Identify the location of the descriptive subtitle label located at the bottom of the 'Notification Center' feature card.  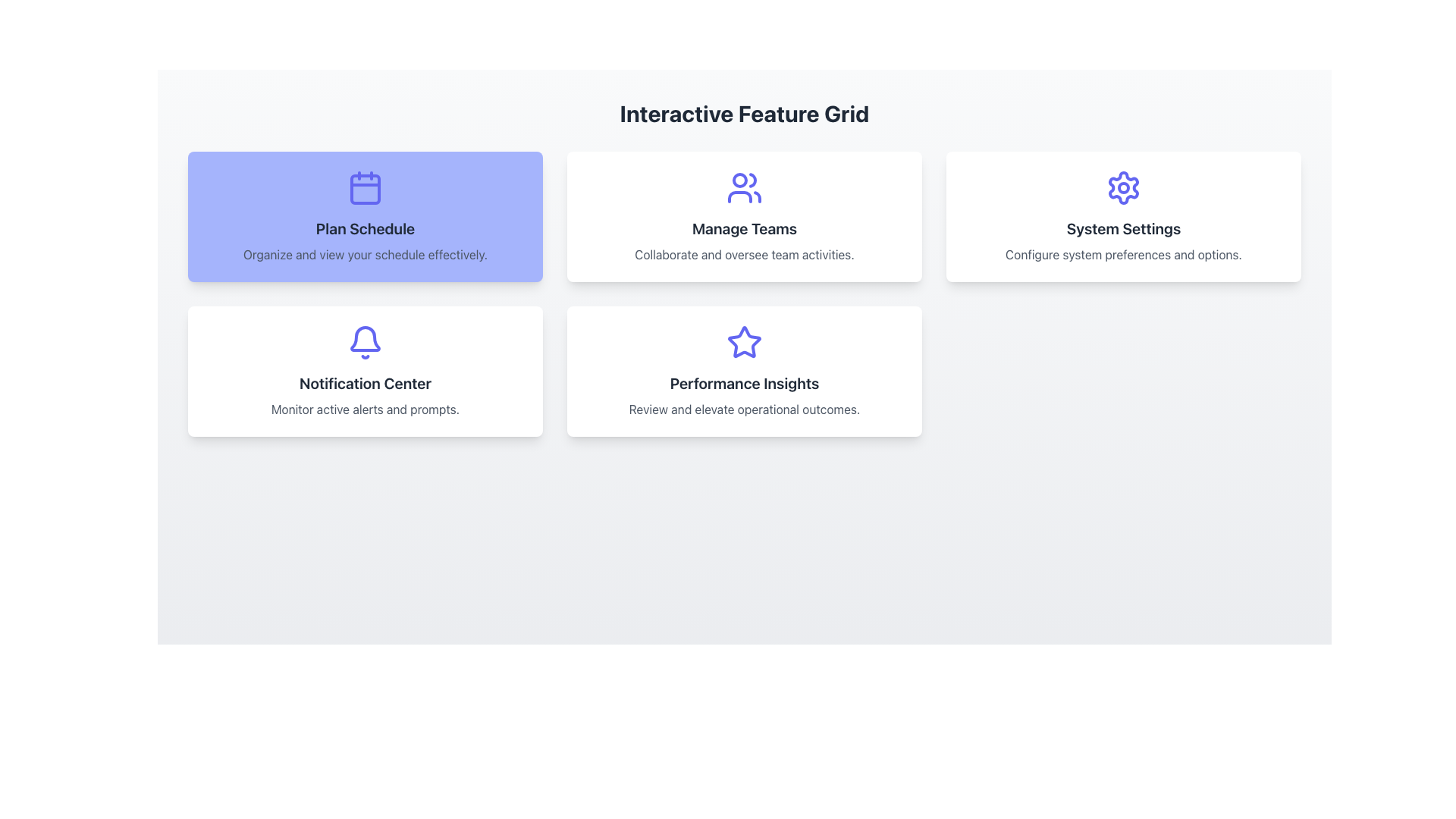
(365, 409).